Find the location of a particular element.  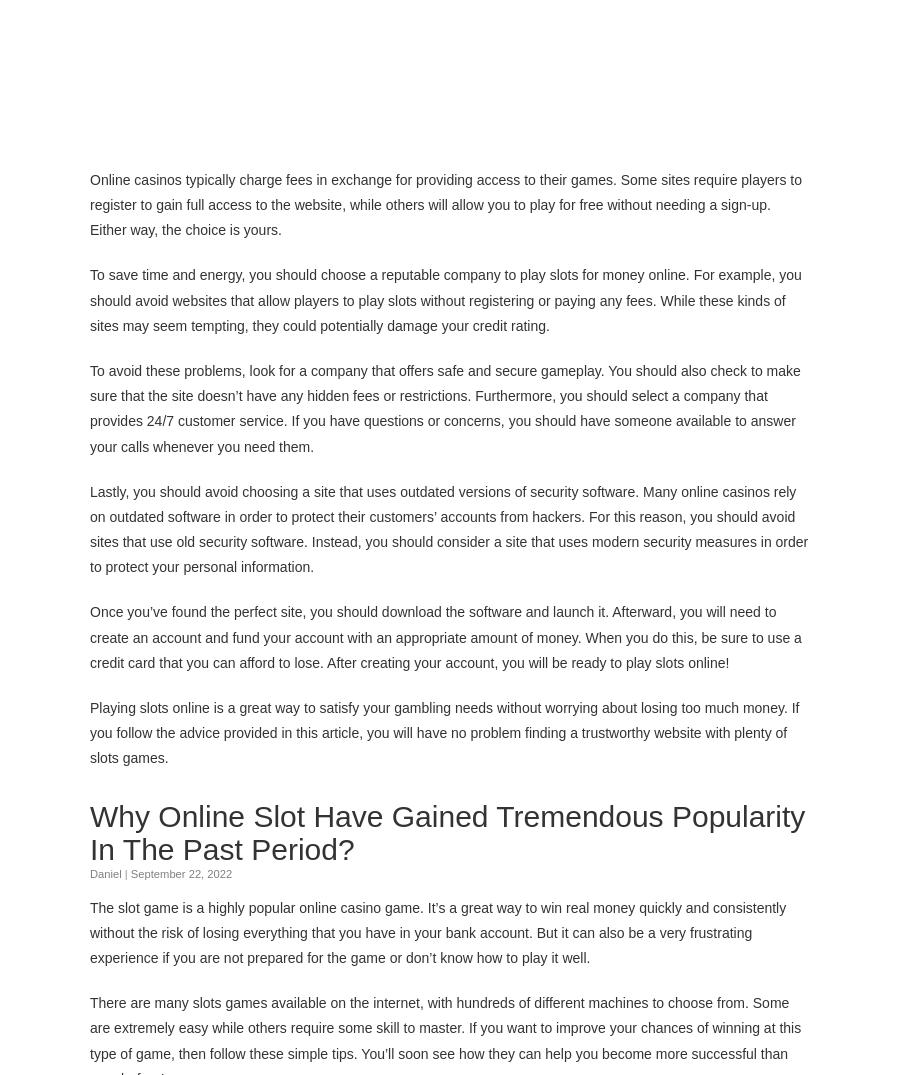

'Online casinos typically charge fees in exchange for providing access to their games. Some sites require players to register to gain full access to the website, while others will allow you to play for free without needing a sign-up. Either way, the choice is yours.' is located at coordinates (446, 203).